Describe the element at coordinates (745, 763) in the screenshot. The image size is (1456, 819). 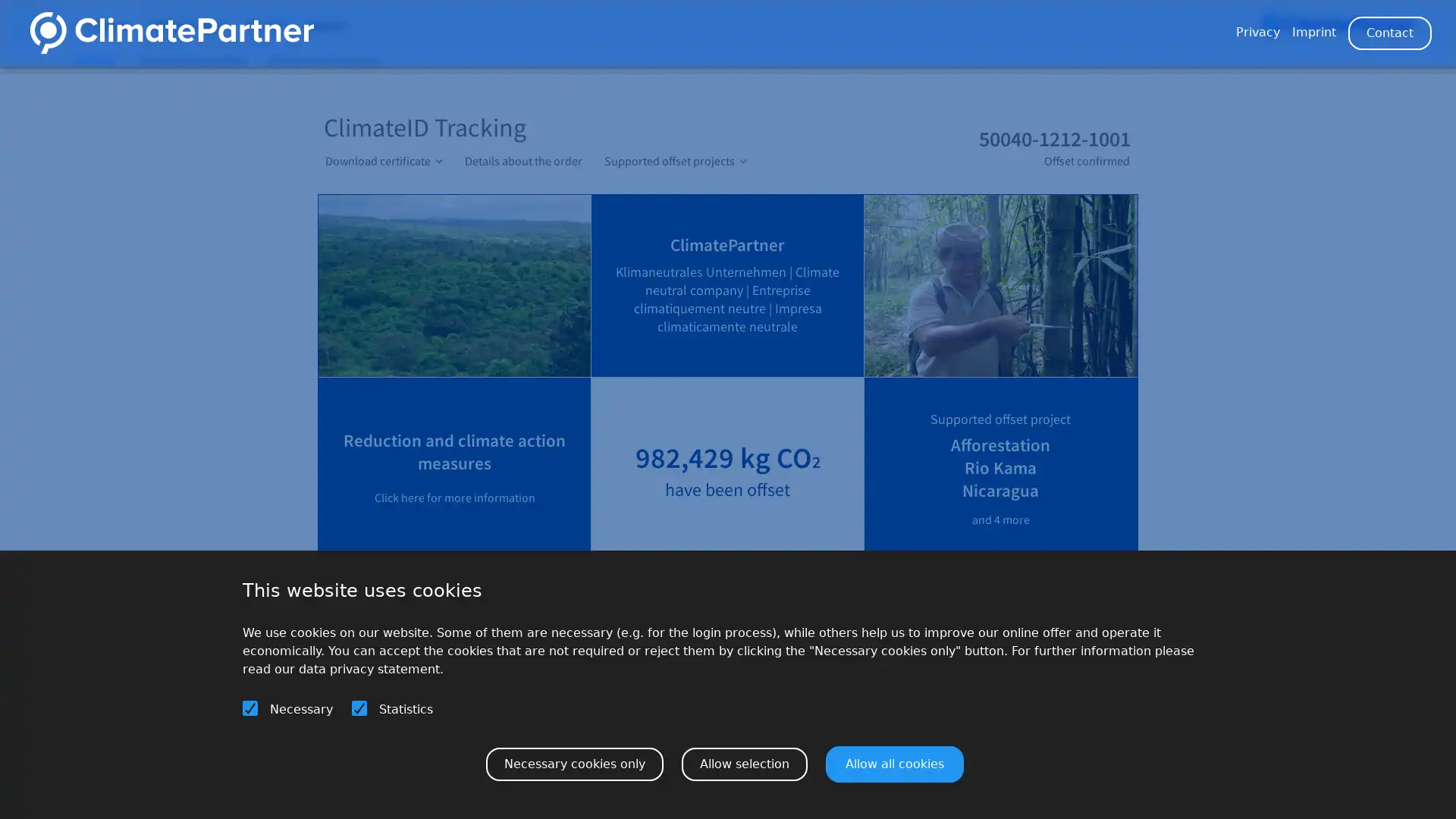
I see `Allow selection` at that location.